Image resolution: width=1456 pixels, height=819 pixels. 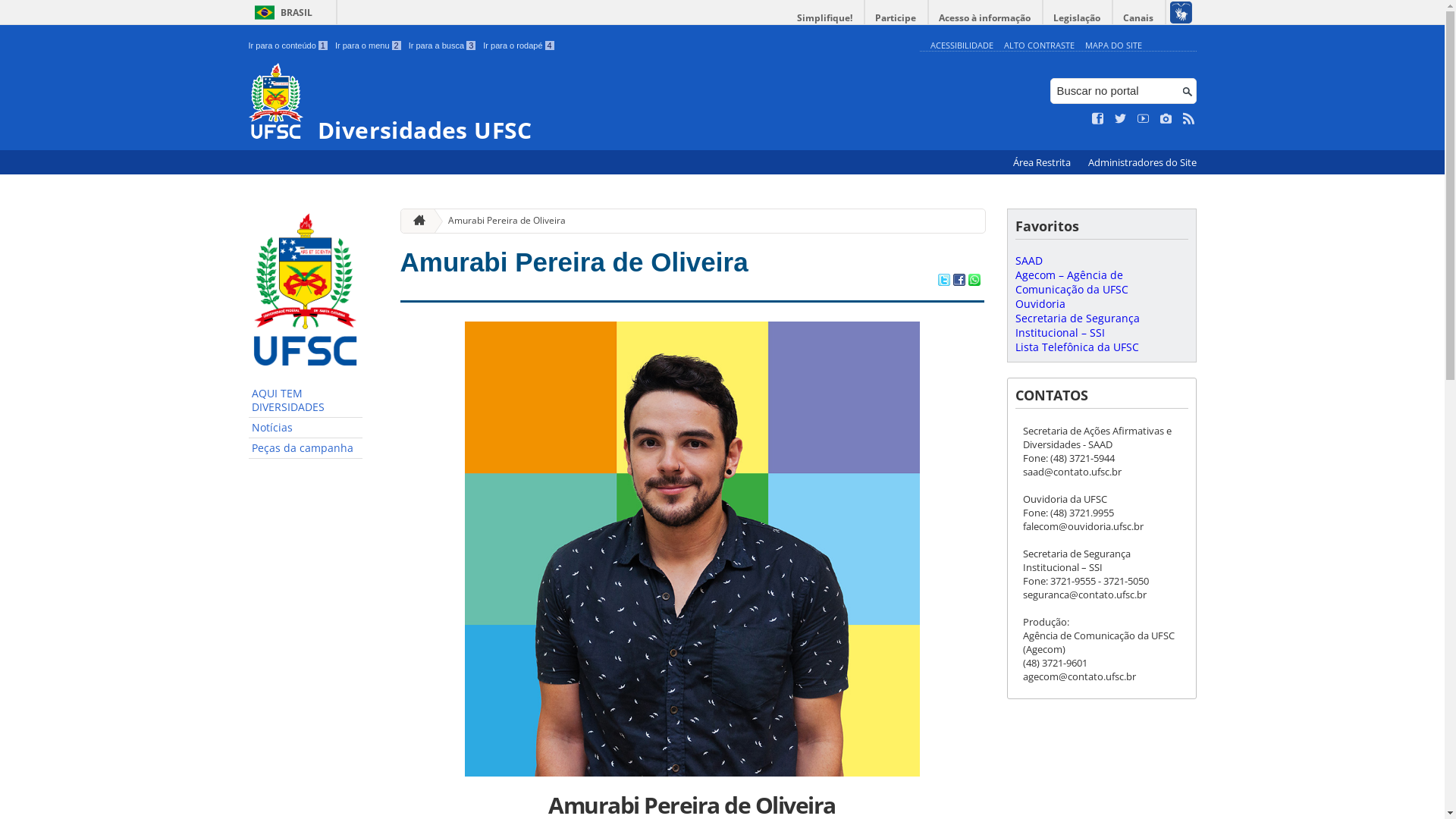 What do you see at coordinates (500, 221) in the screenshot?
I see `'Amurabi Pereira de Oliveira'` at bounding box center [500, 221].